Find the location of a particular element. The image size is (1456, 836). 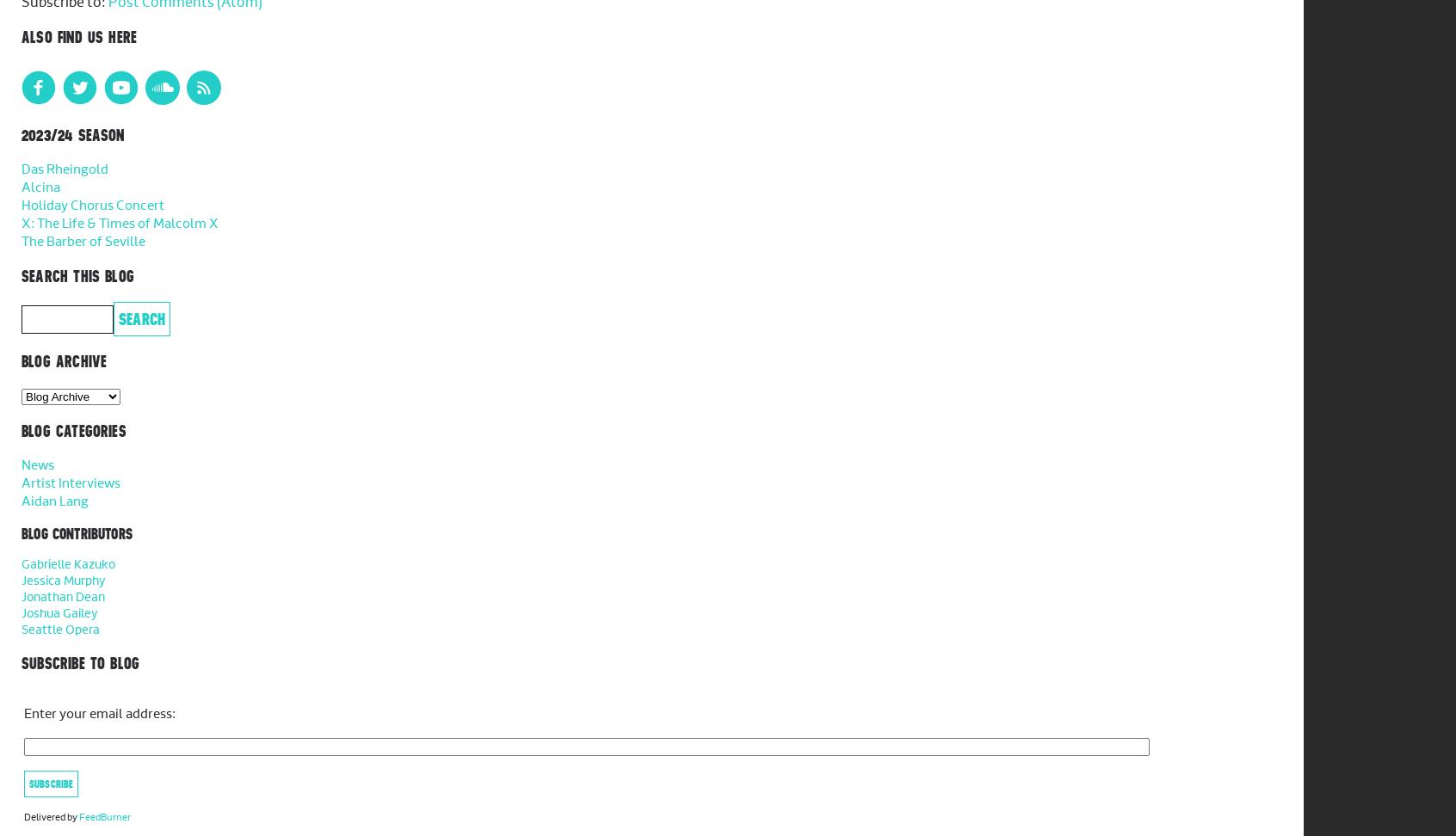

'Jessica Murphy' is located at coordinates (63, 580).